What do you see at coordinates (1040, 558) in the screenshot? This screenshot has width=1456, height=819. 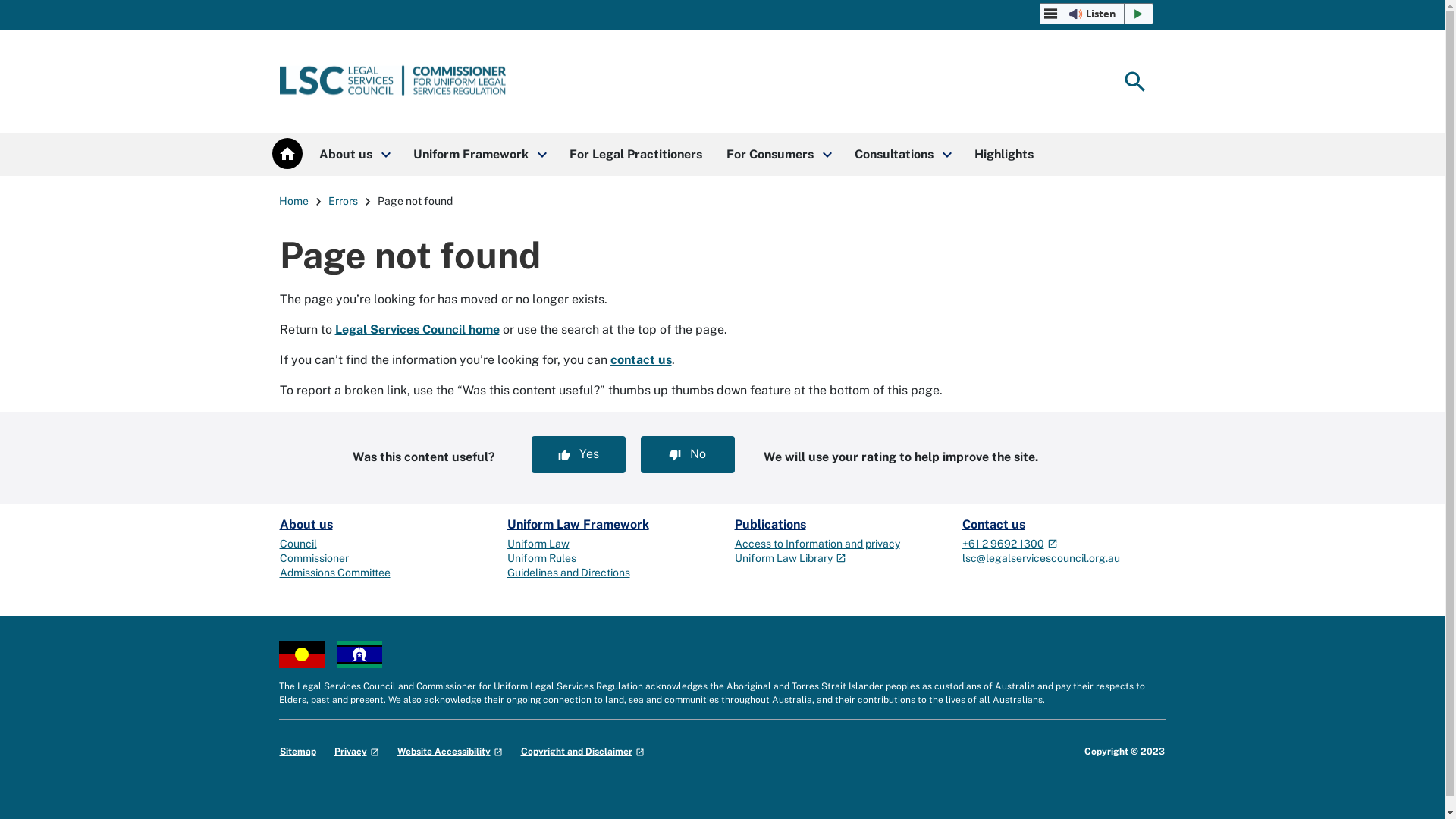 I see `'lsc@legalservicescouncil.org.au'` at bounding box center [1040, 558].